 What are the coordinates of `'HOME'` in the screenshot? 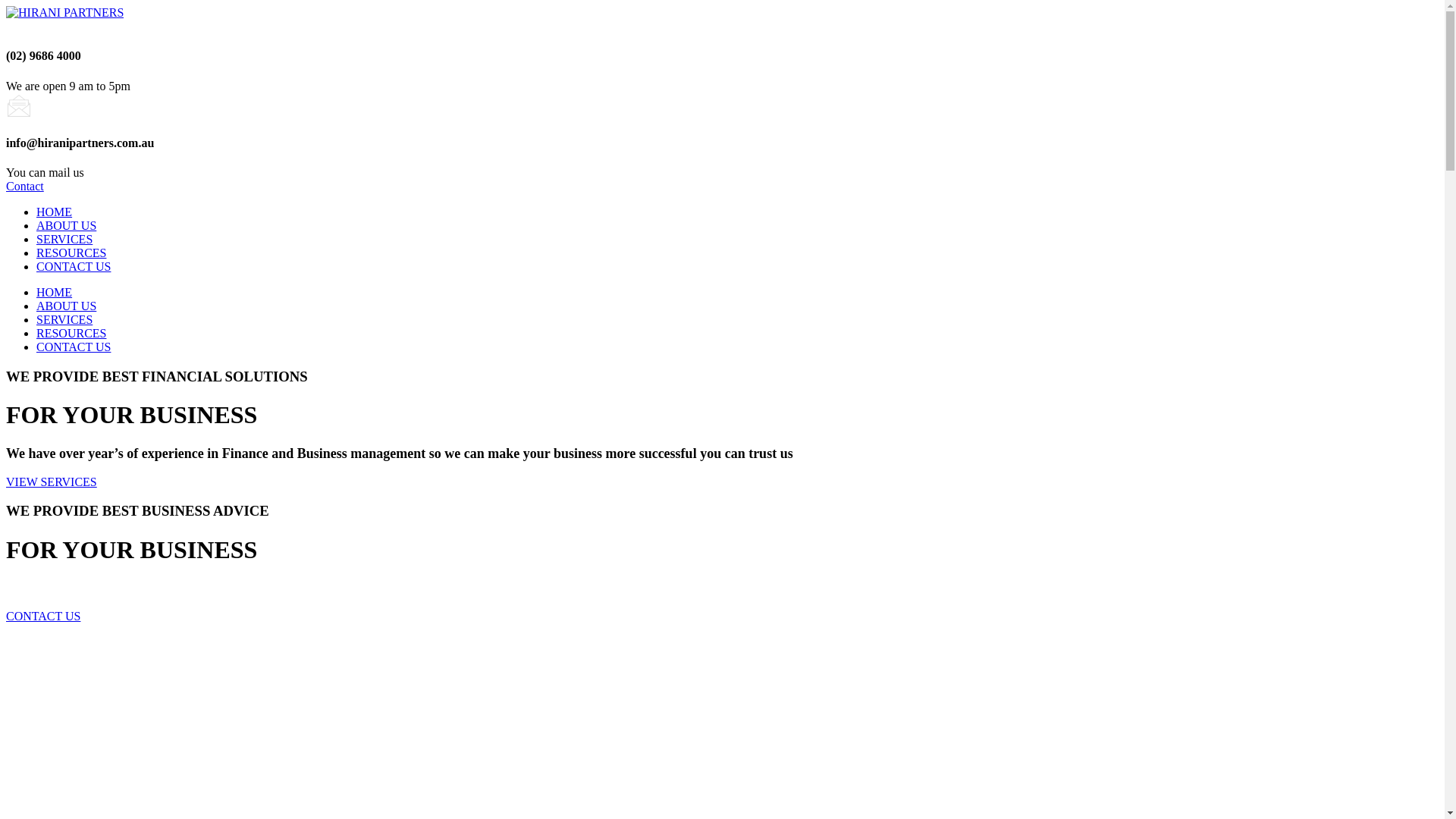 It's located at (36, 212).